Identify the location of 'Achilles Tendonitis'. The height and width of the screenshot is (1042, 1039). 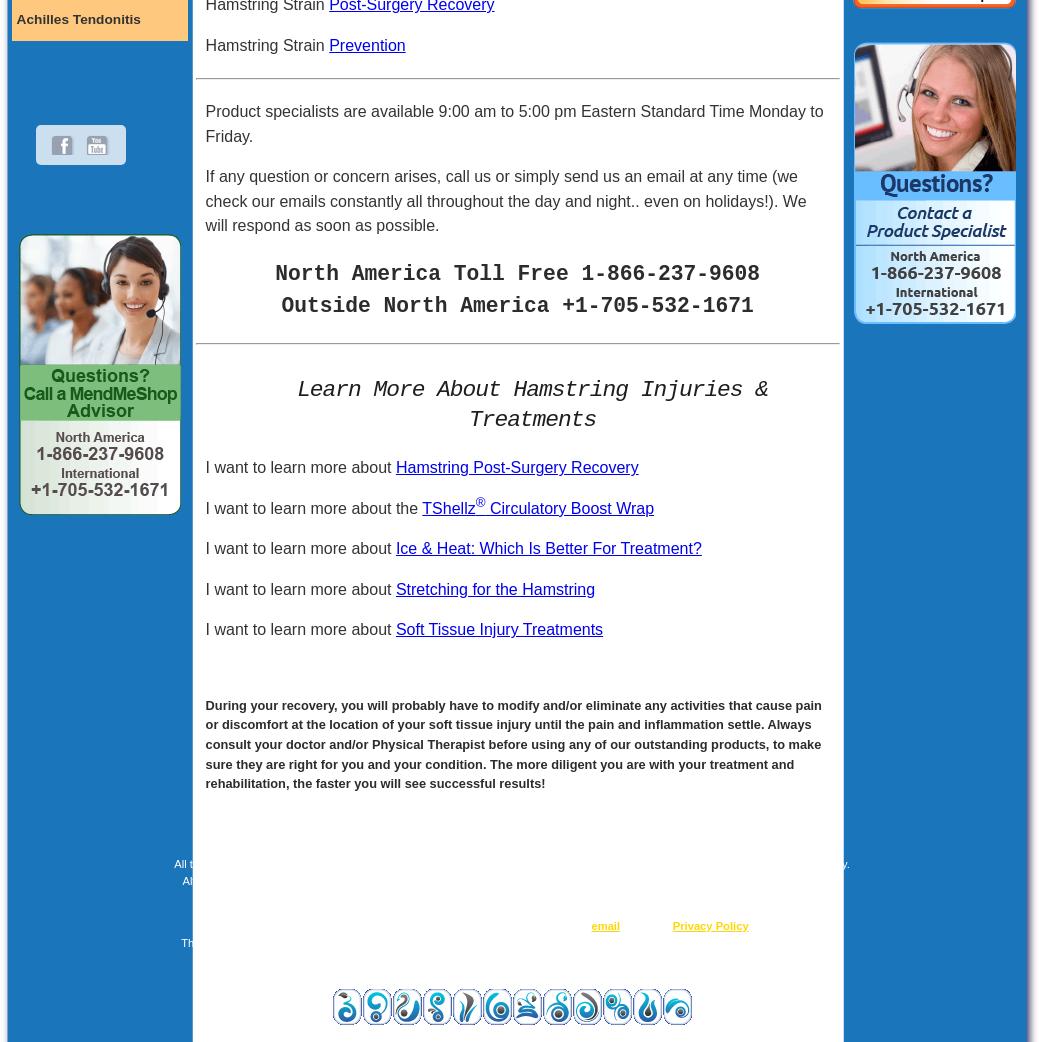
(77, 17).